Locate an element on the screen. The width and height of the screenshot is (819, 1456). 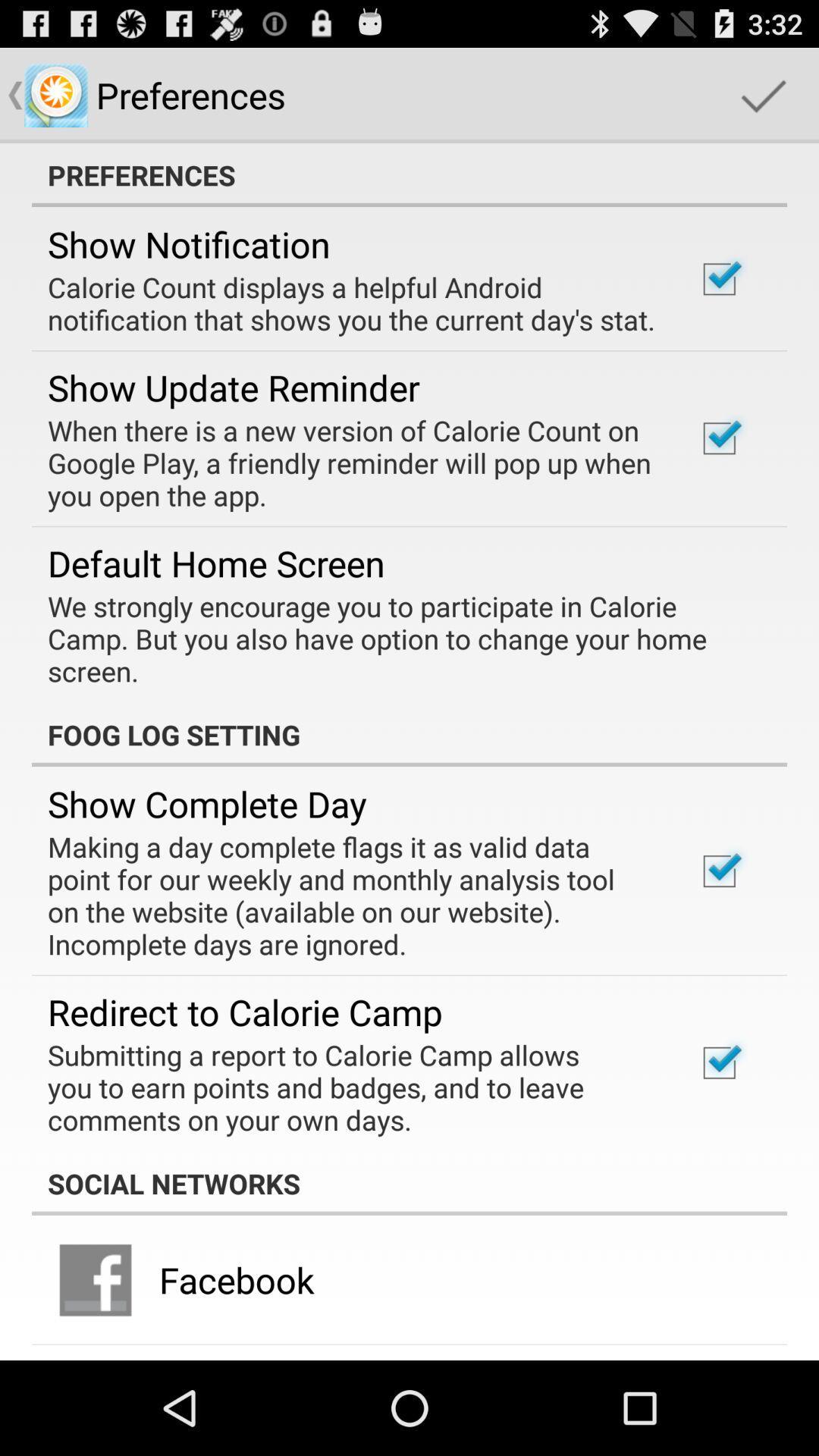
icon to the left of facebook app is located at coordinates (96, 1279).